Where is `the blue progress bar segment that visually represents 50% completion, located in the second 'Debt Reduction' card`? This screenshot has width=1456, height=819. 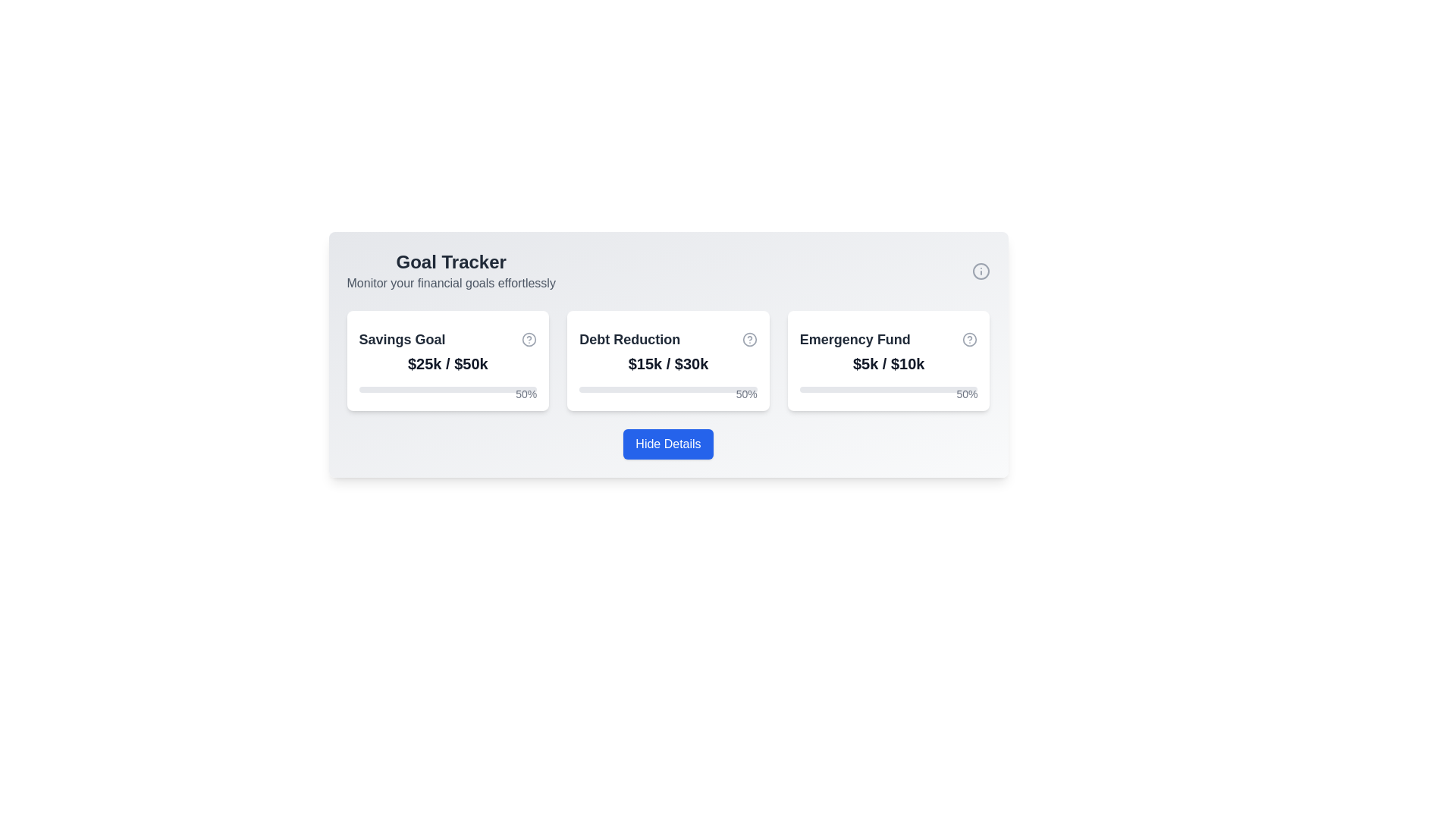 the blue progress bar segment that visually represents 50% completion, located in the second 'Debt Reduction' card is located at coordinates (623, 388).